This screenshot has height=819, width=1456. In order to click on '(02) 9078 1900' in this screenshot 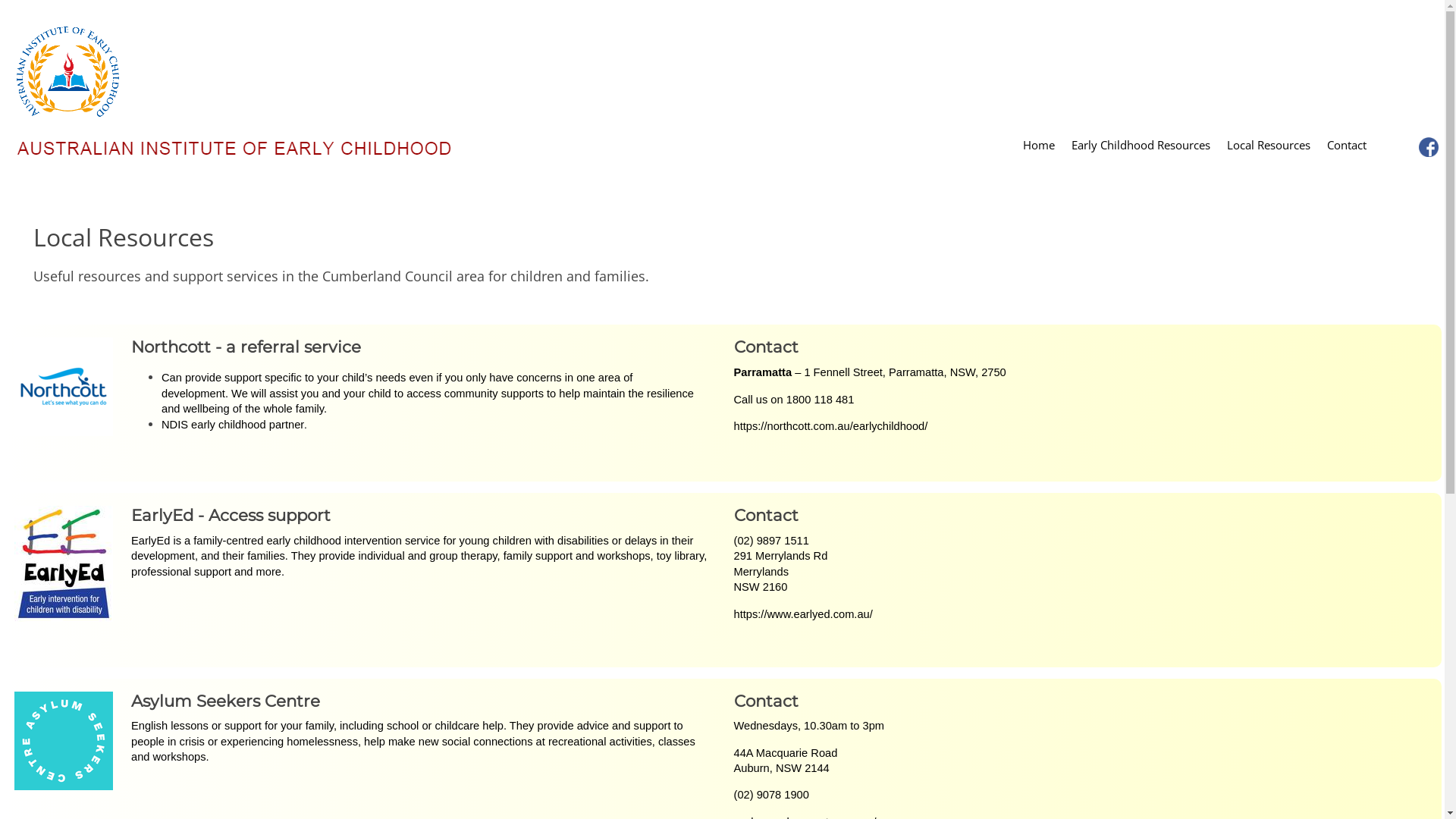, I will do `click(734, 794)`.